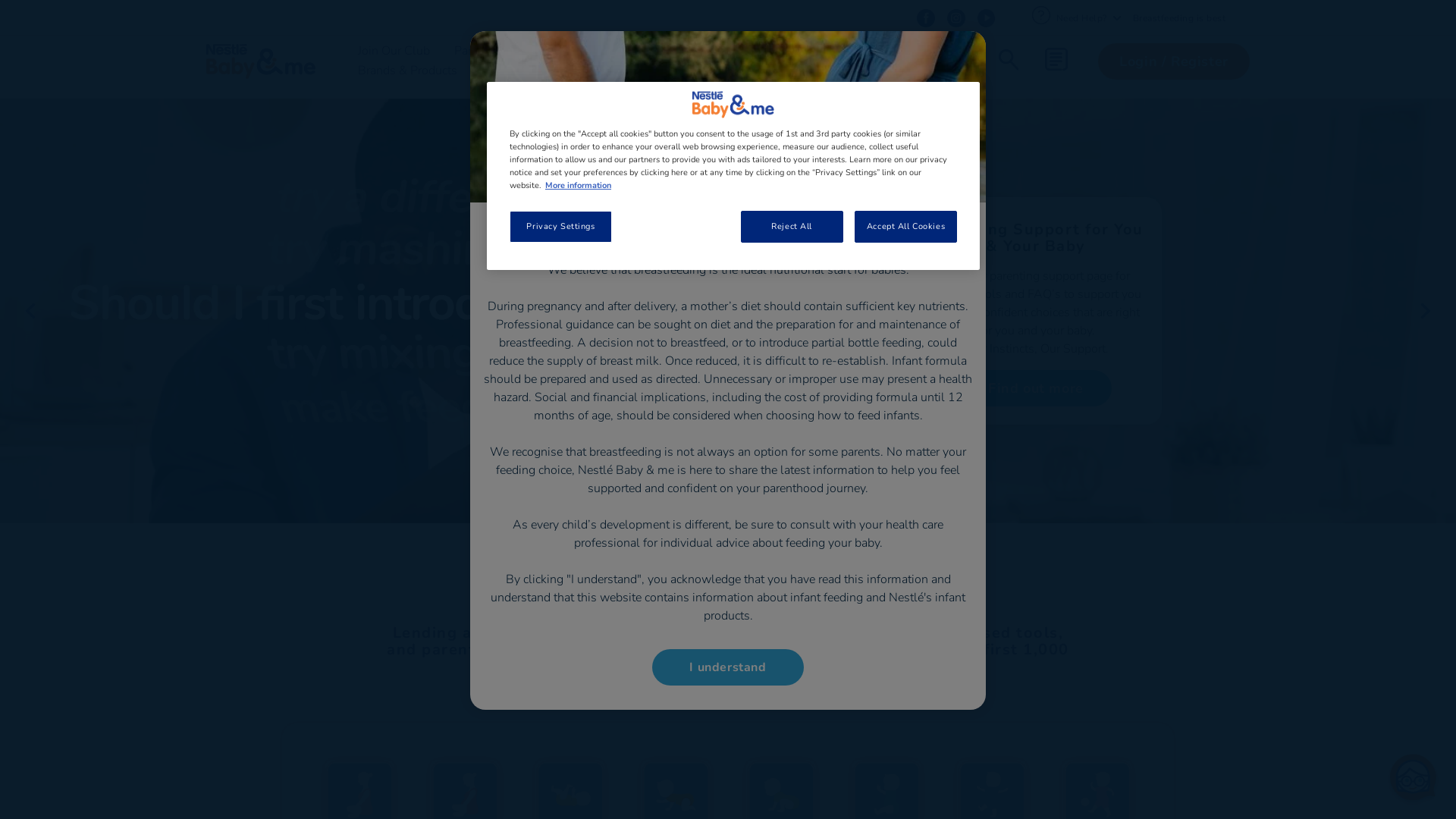 This screenshot has width=1456, height=819. Describe the element at coordinates (733, 104) in the screenshot. I see `'Company Logo'` at that location.